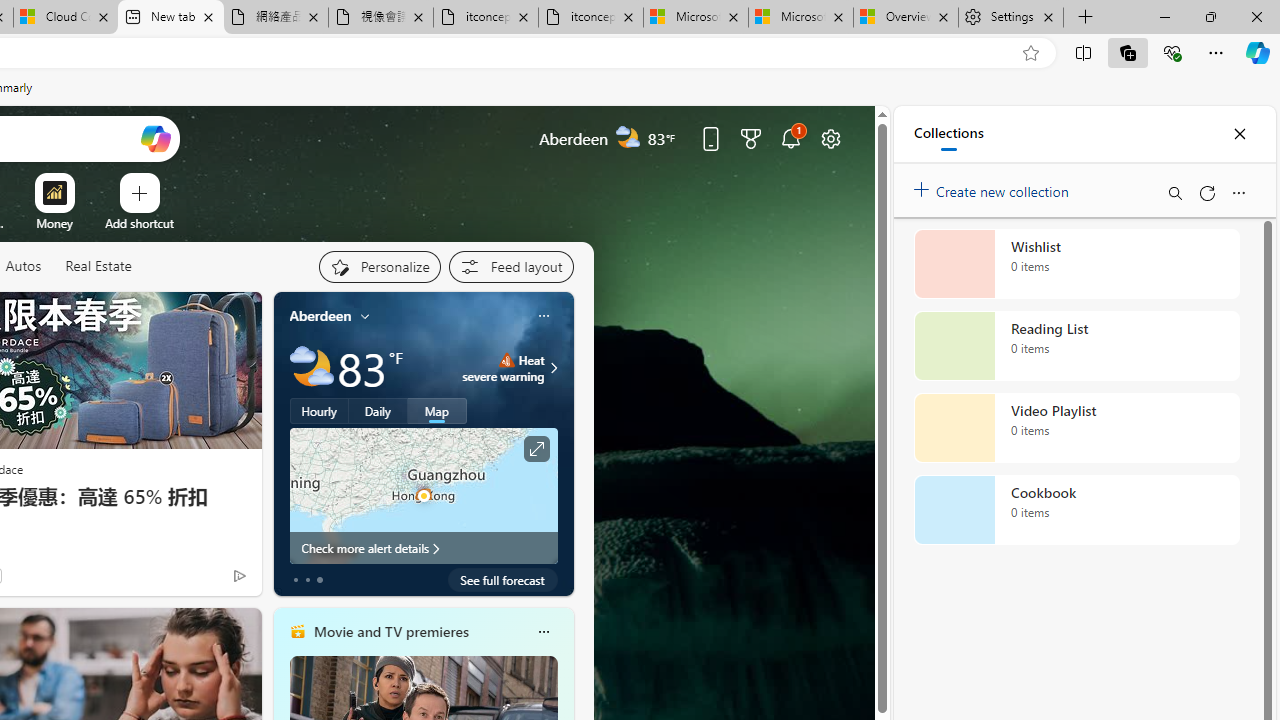 The height and width of the screenshot is (720, 1280). What do you see at coordinates (904, 17) in the screenshot?
I see `'Overview'` at bounding box center [904, 17].